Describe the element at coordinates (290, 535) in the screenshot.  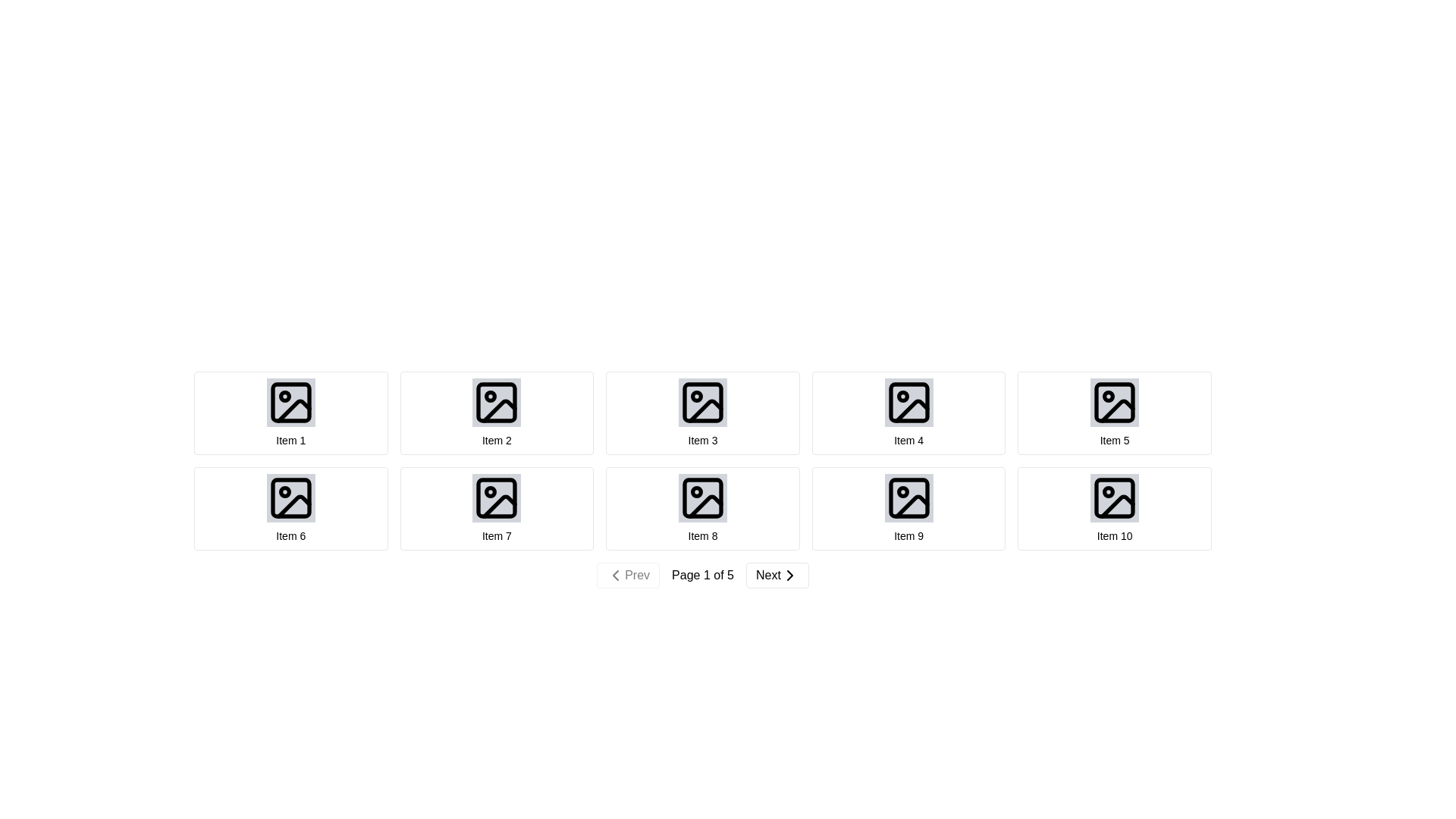
I see `the Text label located in the 'Item 6' grid cell, which provides descriptive information about the content represented by the icon above it` at that location.